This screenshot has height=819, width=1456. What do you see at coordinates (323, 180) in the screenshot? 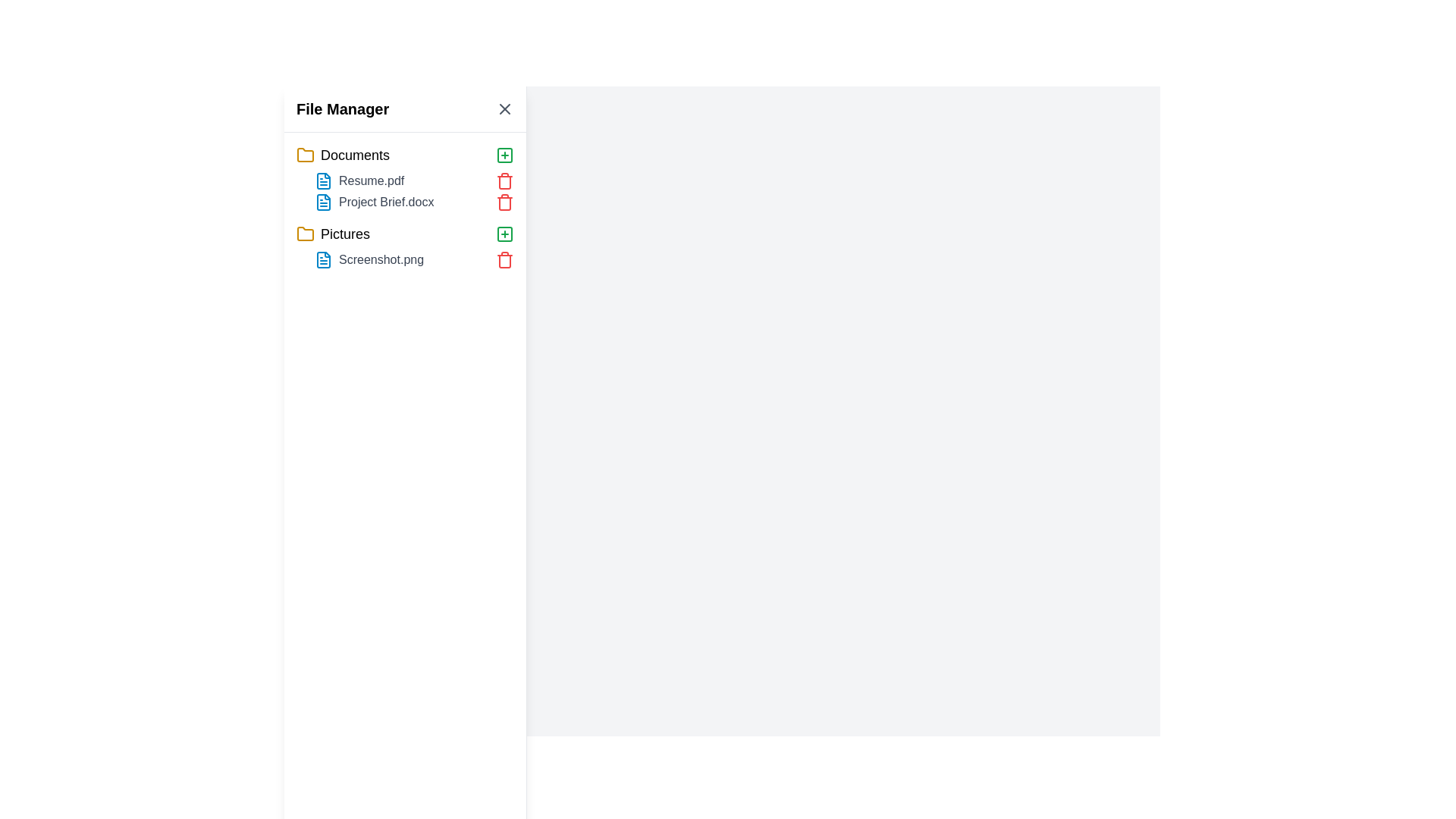
I see `the file document icon representing 'Resume.pdf' located in the 'File Manager' section under 'Documents'` at bounding box center [323, 180].